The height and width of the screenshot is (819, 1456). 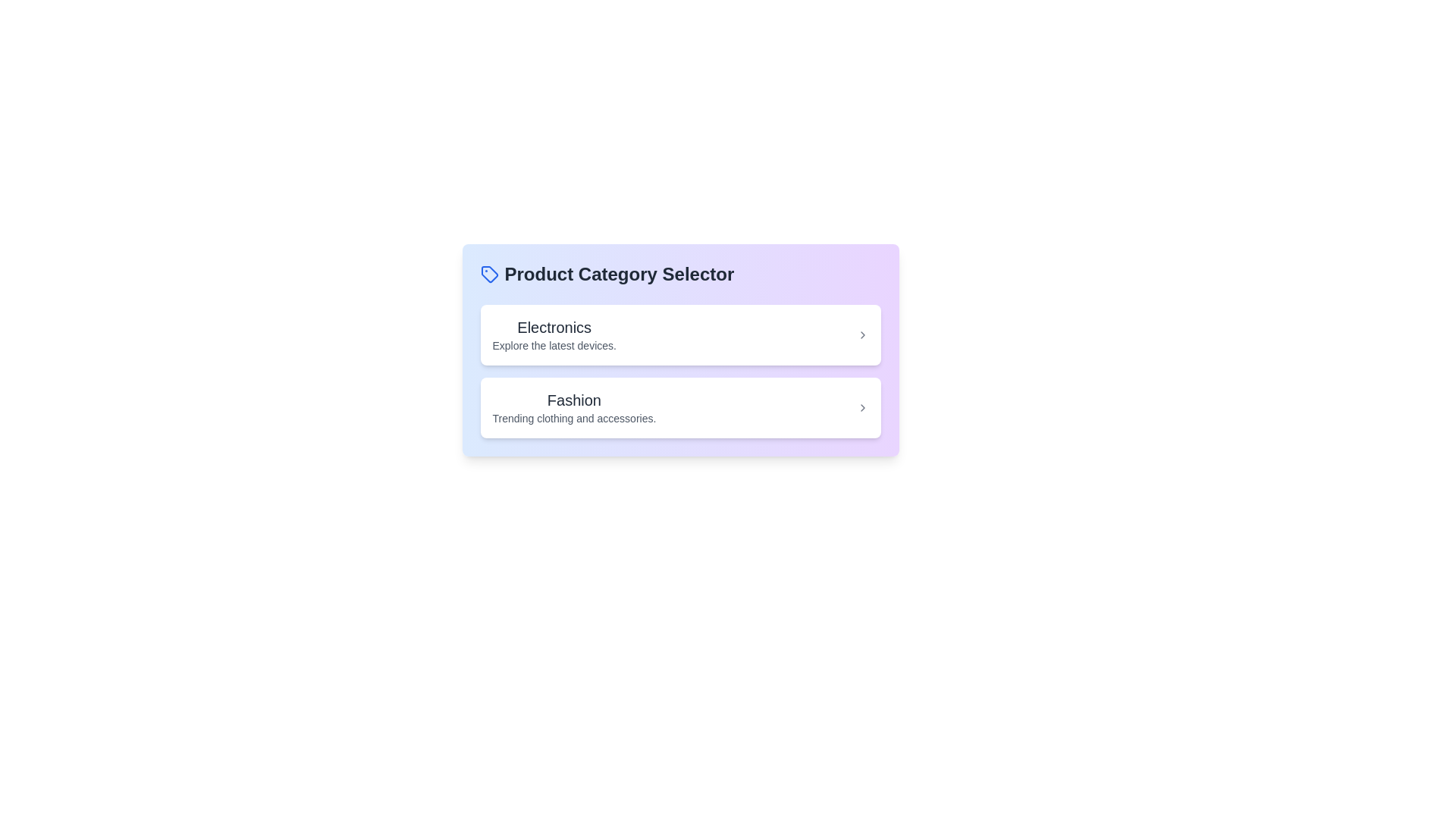 What do you see at coordinates (862, 334) in the screenshot?
I see `the right-facing chevron icon styled with a gray color, located next to the 'Electronics Explore the latest devices.' text, aligned horizontally with the 'Electronics' category box` at bounding box center [862, 334].